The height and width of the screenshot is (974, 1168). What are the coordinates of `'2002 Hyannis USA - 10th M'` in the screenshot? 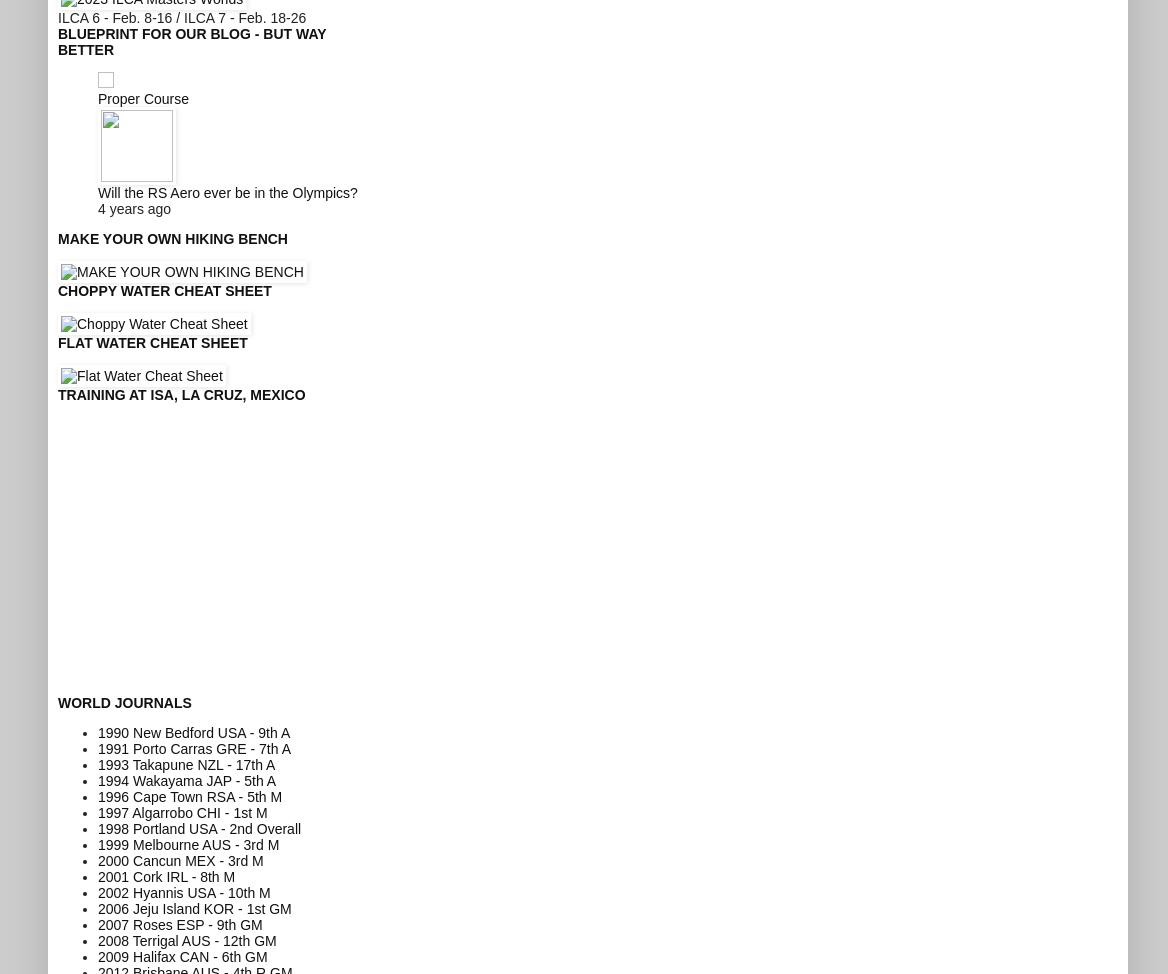 It's located at (183, 891).